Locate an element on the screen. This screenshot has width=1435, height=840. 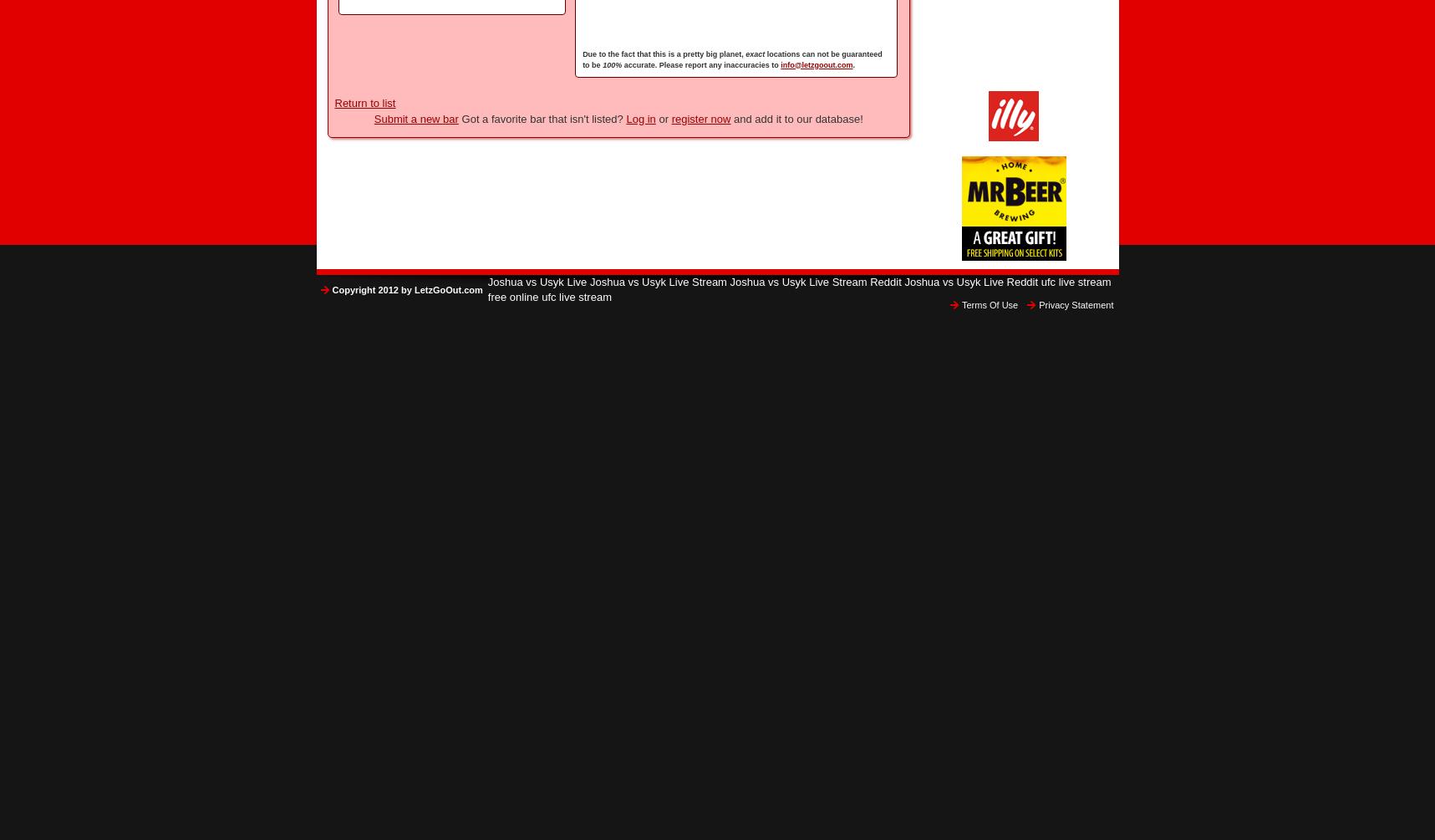
'info@letzgoout.com' is located at coordinates (781, 64).